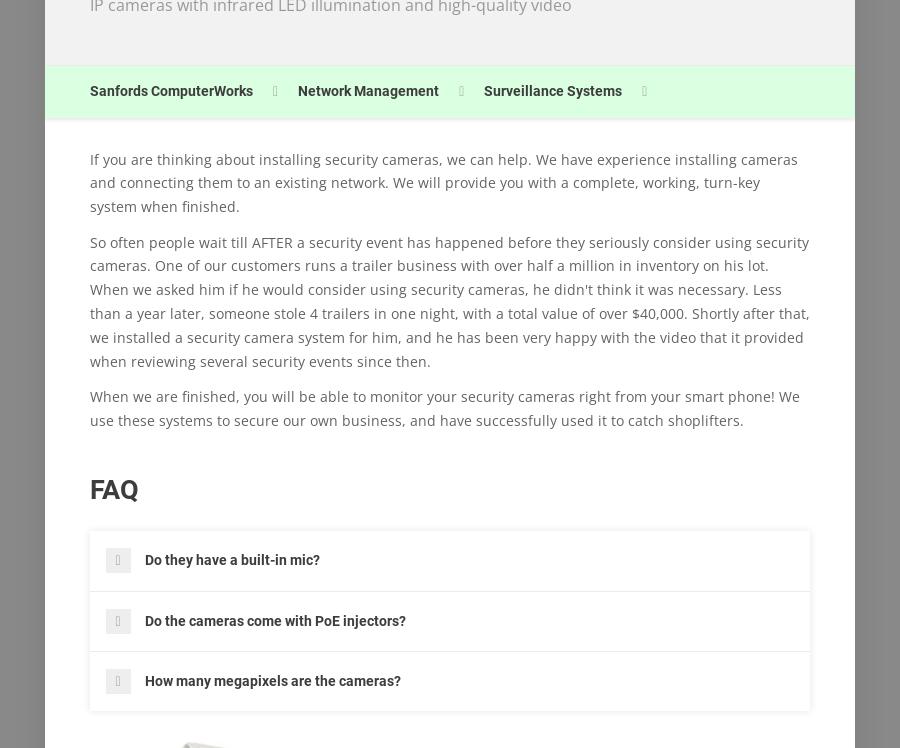 The image size is (900, 748). What do you see at coordinates (274, 619) in the screenshot?
I see `'Do the cameras come with PoE injectors?'` at bounding box center [274, 619].